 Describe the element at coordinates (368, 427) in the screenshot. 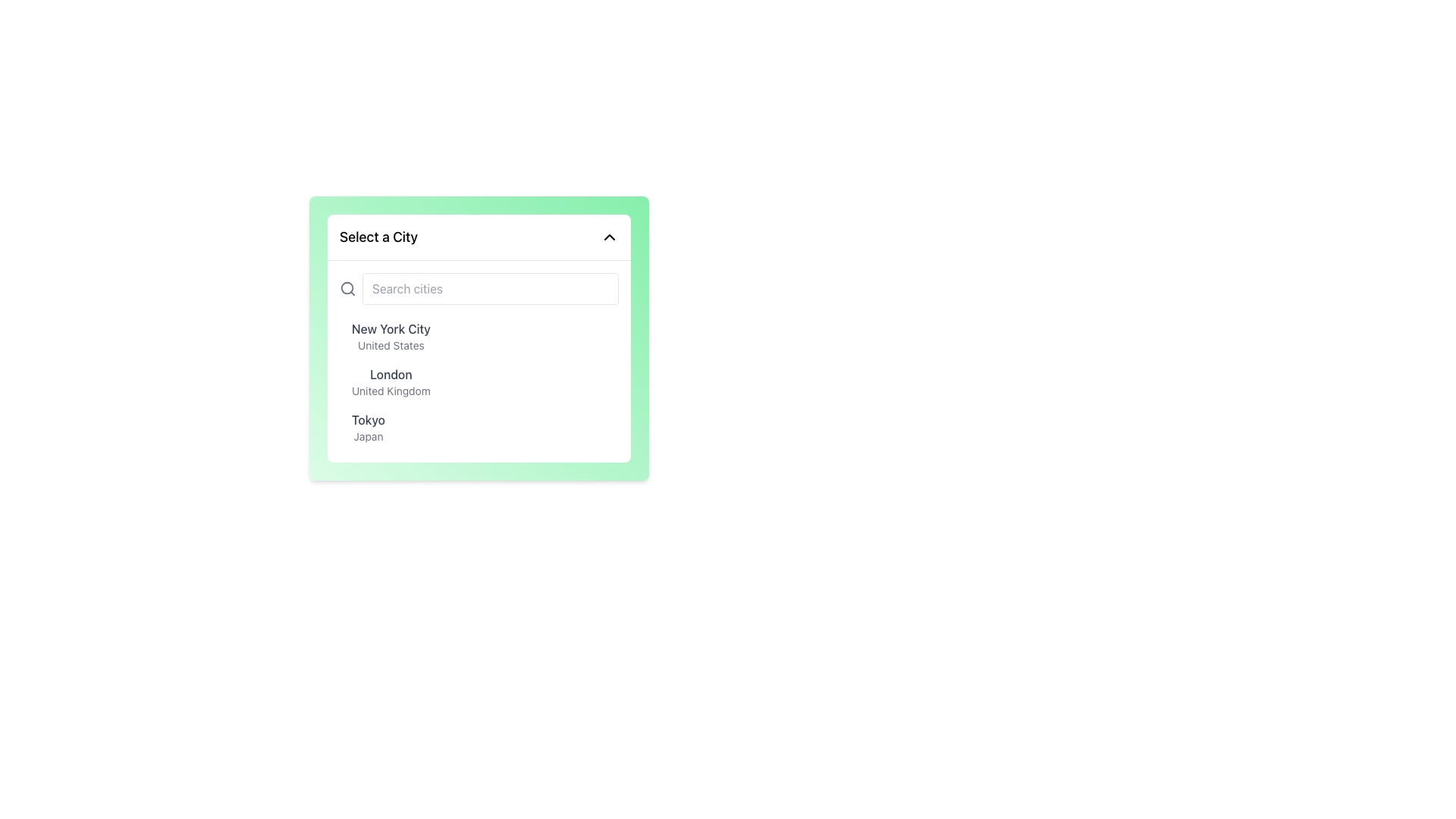

I see `the 'Tokyo' city selection option in the dropdown menu under 'Select a City'` at that location.